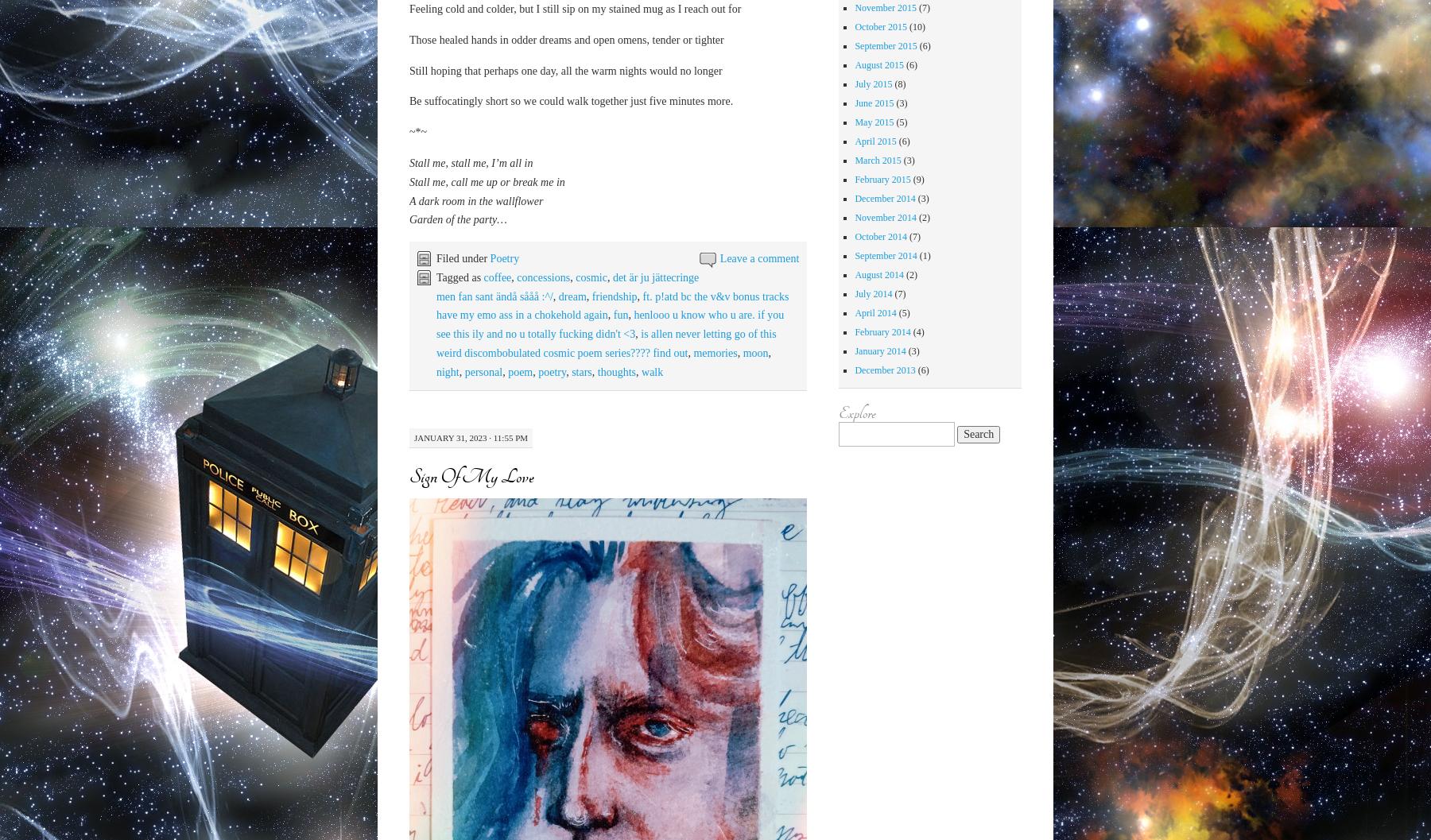  Describe the element at coordinates (881, 27) in the screenshot. I see `'October 2015'` at that location.